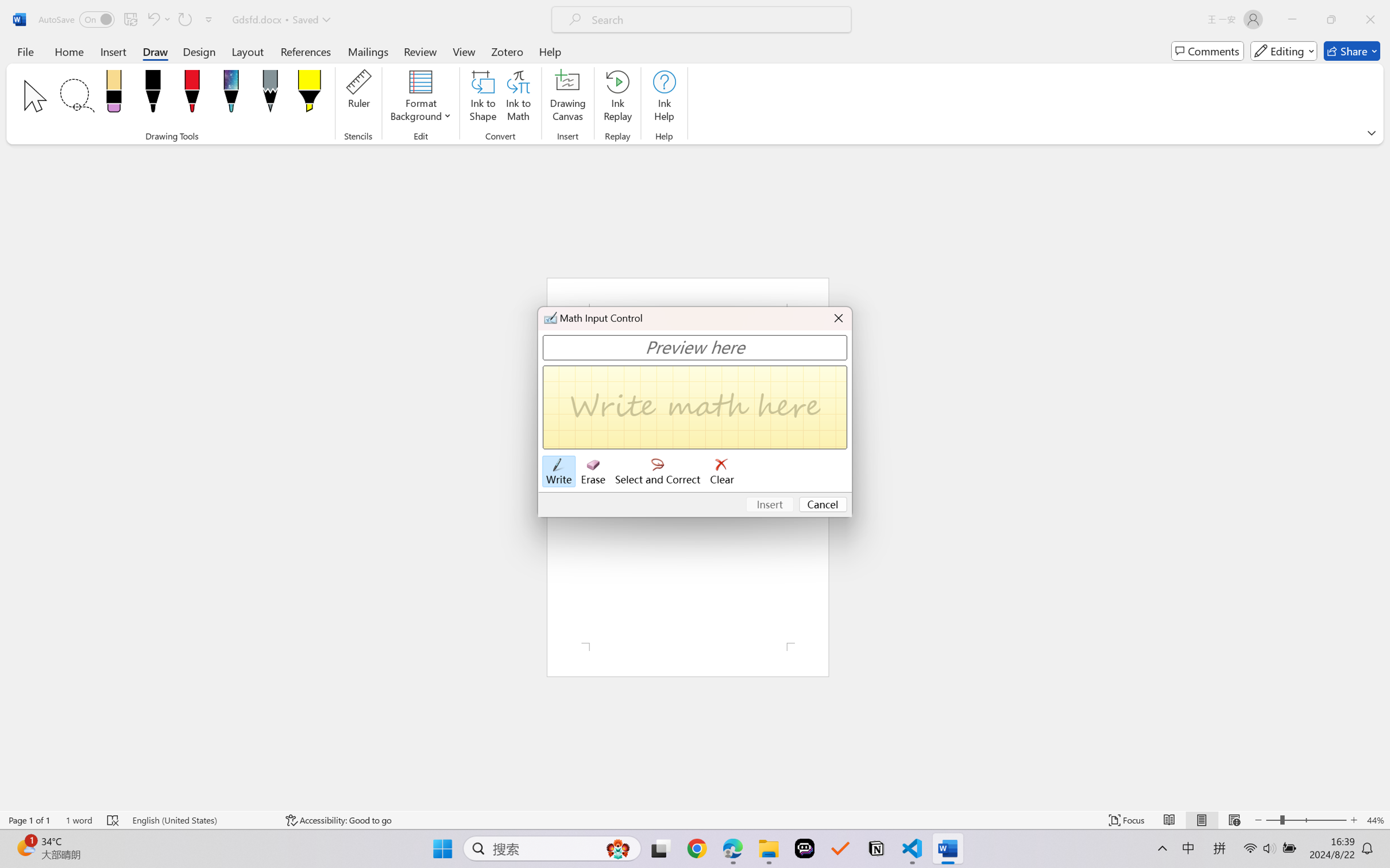 The height and width of the screenshot is (868, 1390). What do you see at coordinates (823, 505) in the screenshot?
I see `'Cancel'` at bounding box center [823, 505].